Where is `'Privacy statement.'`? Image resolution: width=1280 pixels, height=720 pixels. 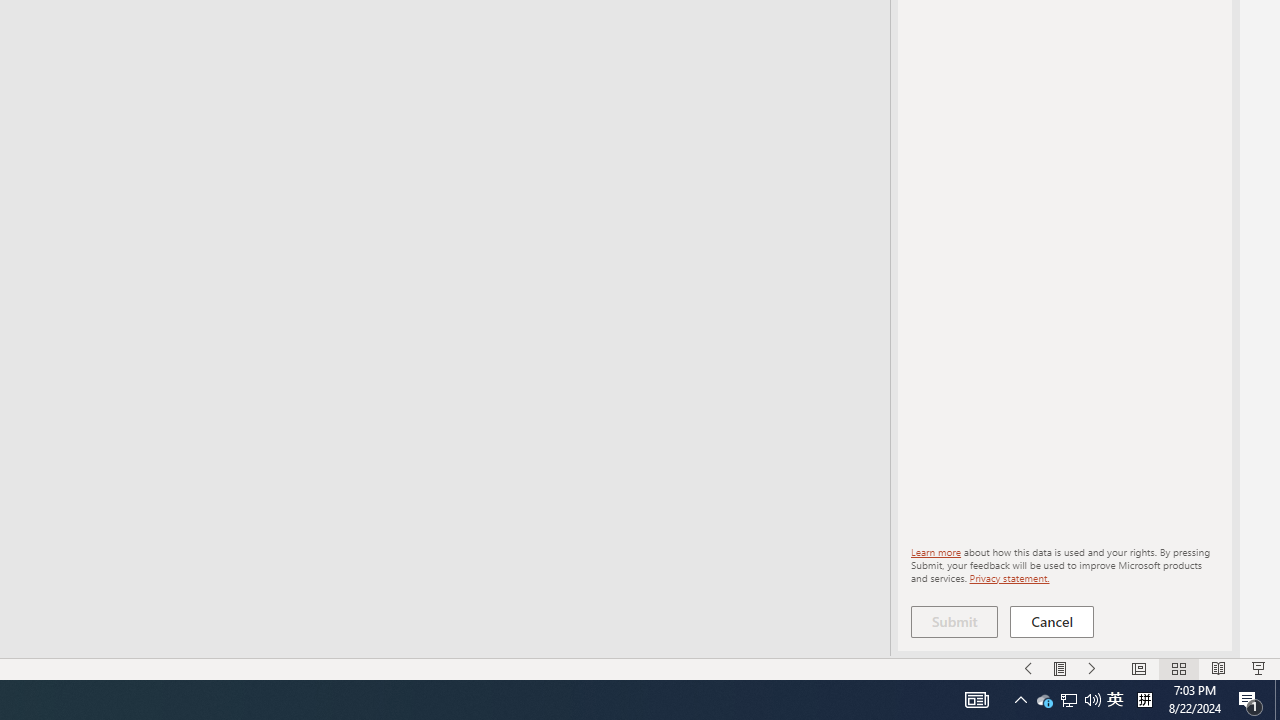 'Privacy statement.' is located at coordinates (1009, 577).